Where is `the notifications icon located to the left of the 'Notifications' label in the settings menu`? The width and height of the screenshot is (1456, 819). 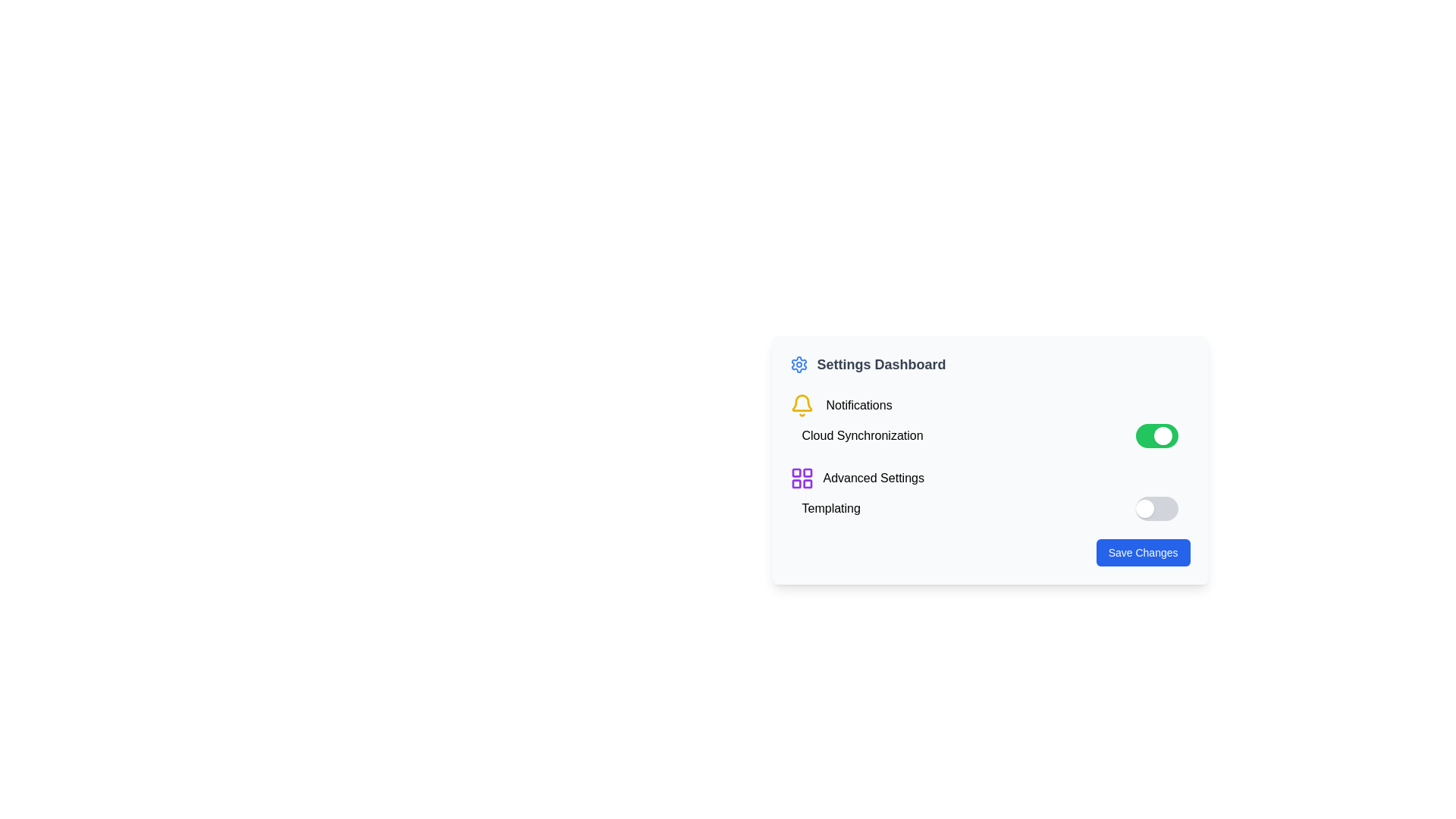 the notifications icon located to the left of the 'Notifications' label in the settings menu is located at coordinates (801, 405).